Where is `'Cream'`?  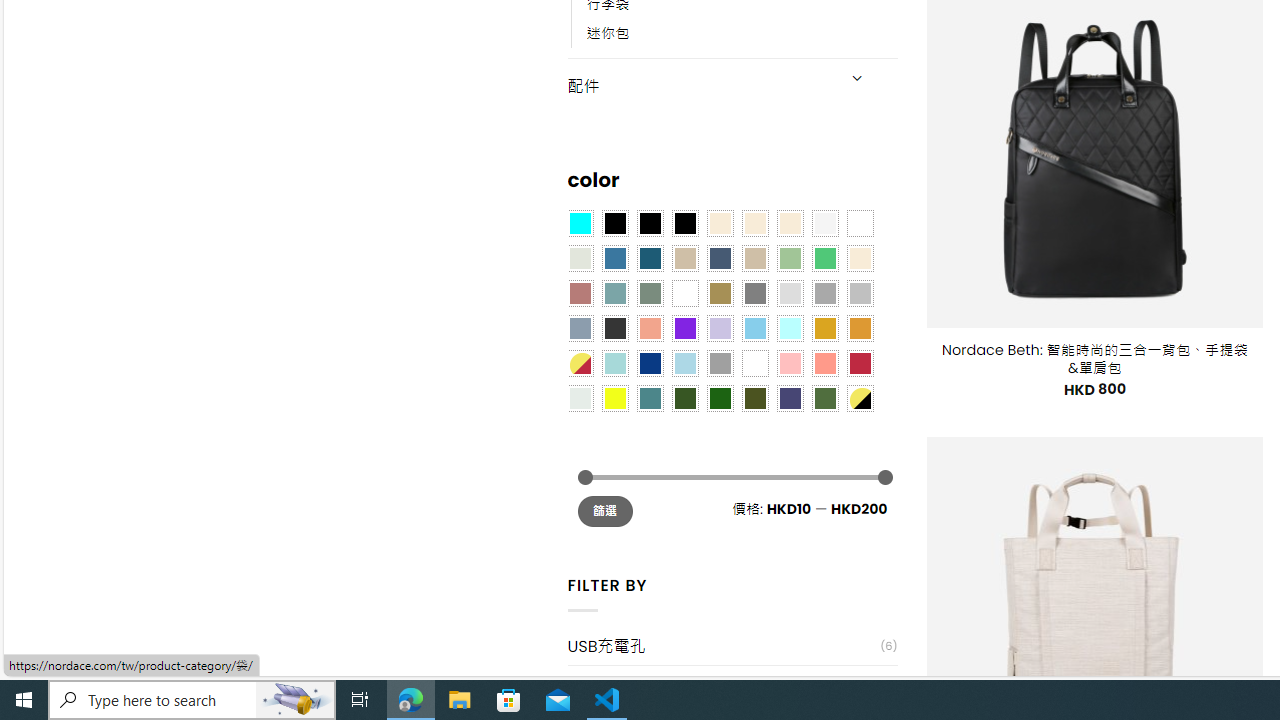 'Cream' is located at coordinates (788, 223).